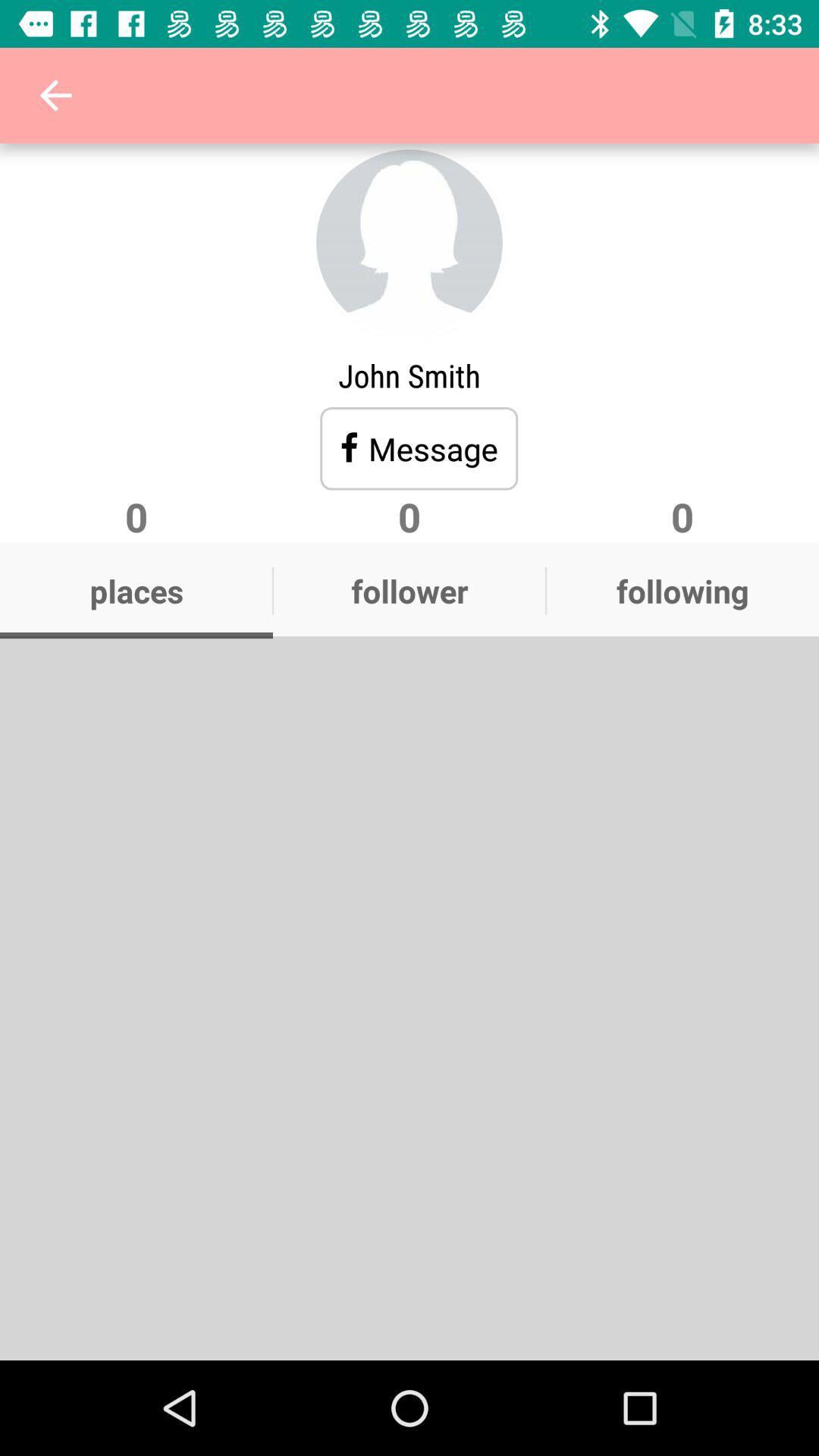  What do you see at coordinates (55, 94) in the screenshot?
I see `item at the top left corner` at bounding box center [55, 94].